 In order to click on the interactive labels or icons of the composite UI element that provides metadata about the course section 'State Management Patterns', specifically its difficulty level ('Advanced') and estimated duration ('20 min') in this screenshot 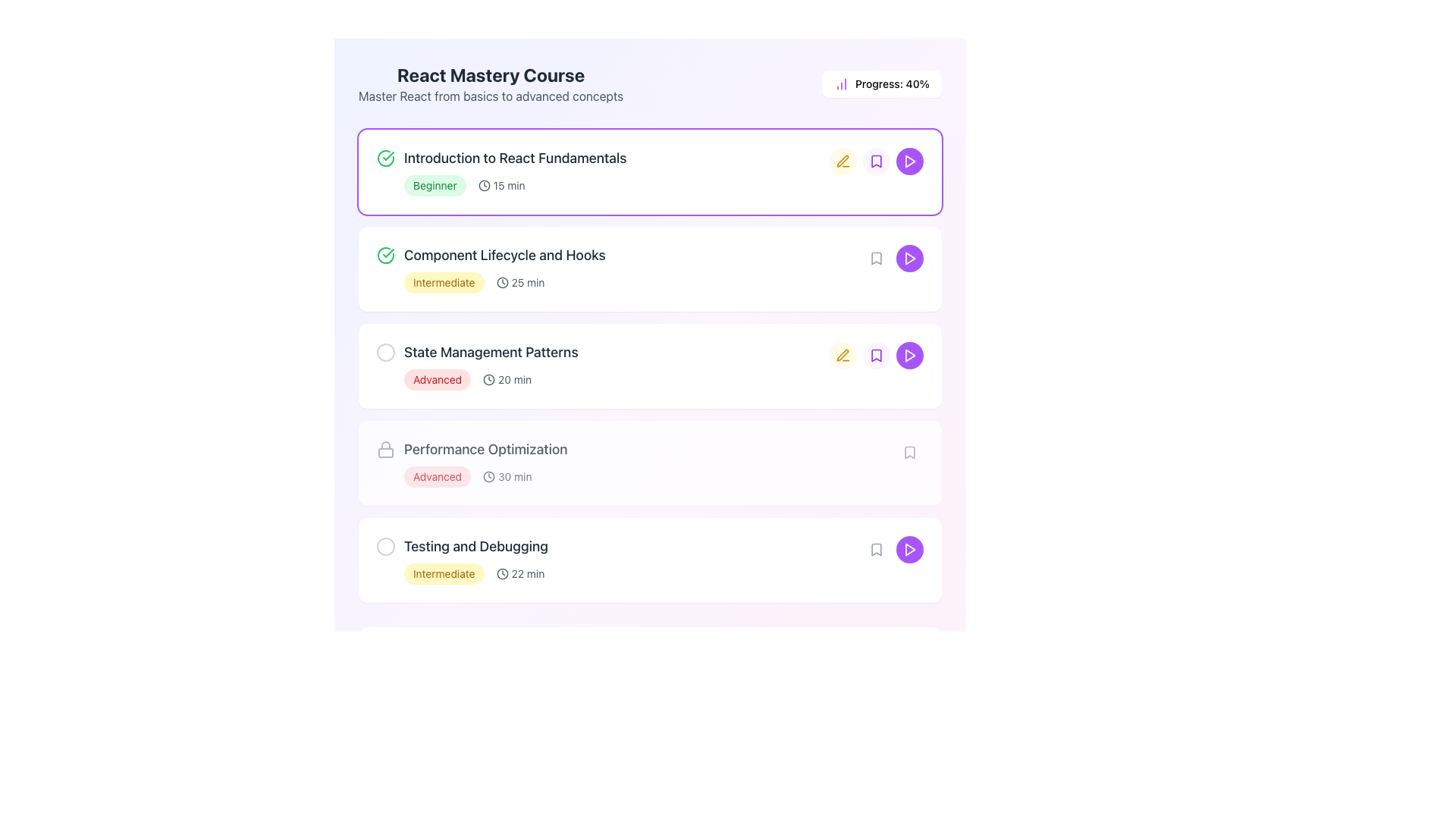, I will do `click(617, 379)`.